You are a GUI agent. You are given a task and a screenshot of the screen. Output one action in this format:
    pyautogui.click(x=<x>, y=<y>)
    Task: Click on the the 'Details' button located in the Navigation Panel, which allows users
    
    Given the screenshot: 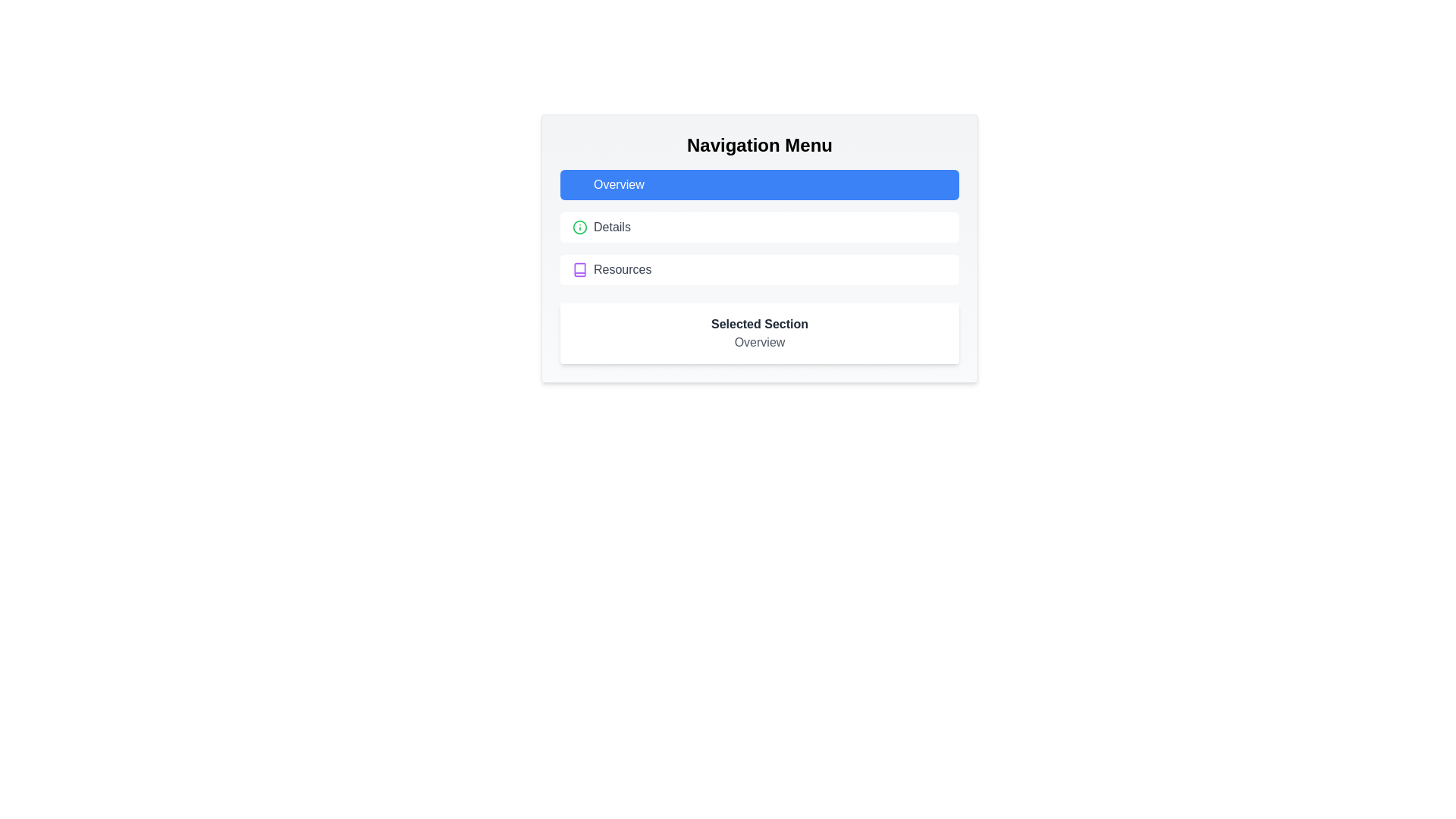 What is the action you would take?
    pyautogui.click(x=760, y=247)
    